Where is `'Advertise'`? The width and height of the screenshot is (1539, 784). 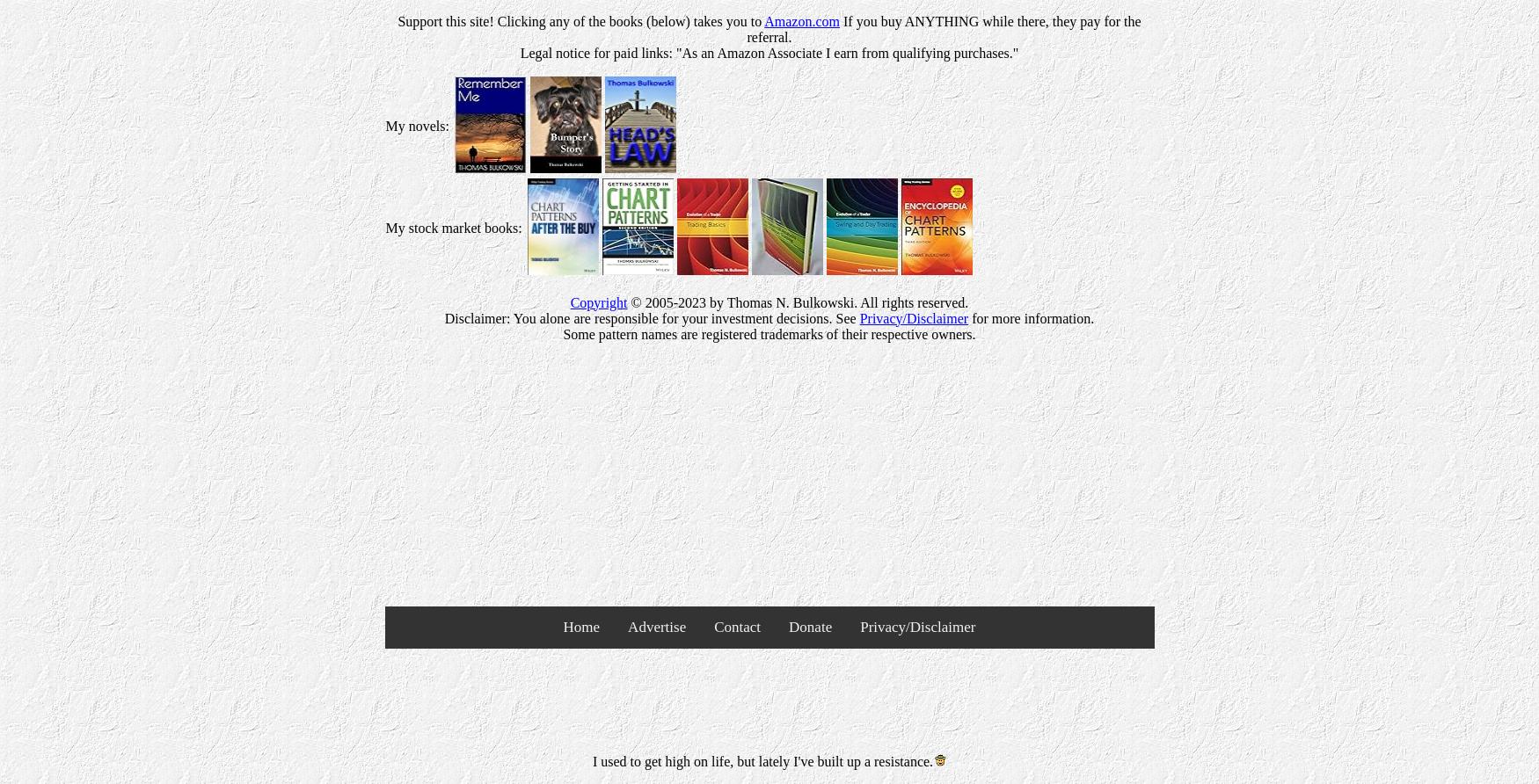 'Advertise' is located at coordinates (657, 626).